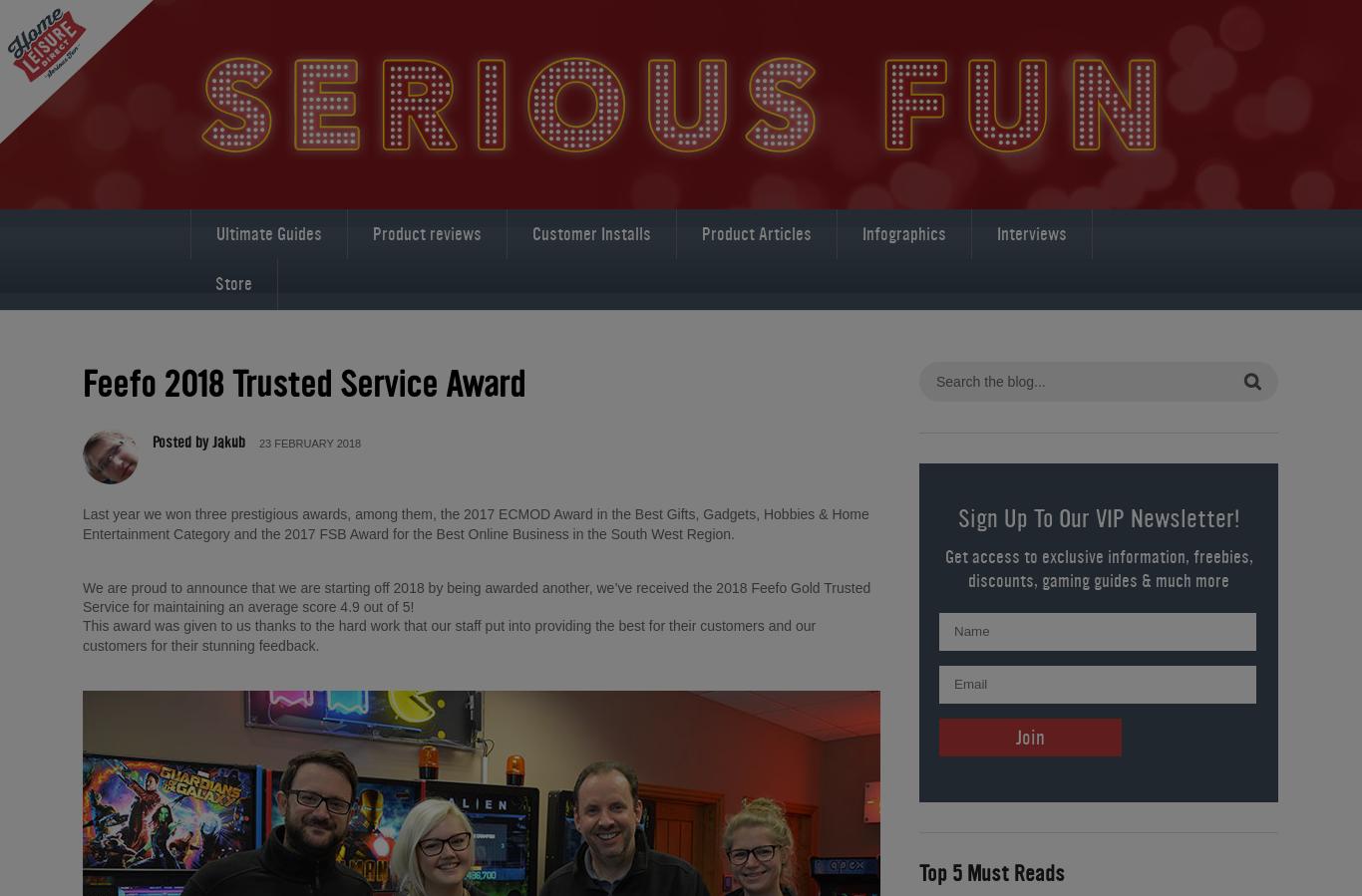 The image size is (1362, 896). What do you see at coordinates (590, 233) in the screenshot?
I see `'Customer Installs'` at bounding box center [590, 233].